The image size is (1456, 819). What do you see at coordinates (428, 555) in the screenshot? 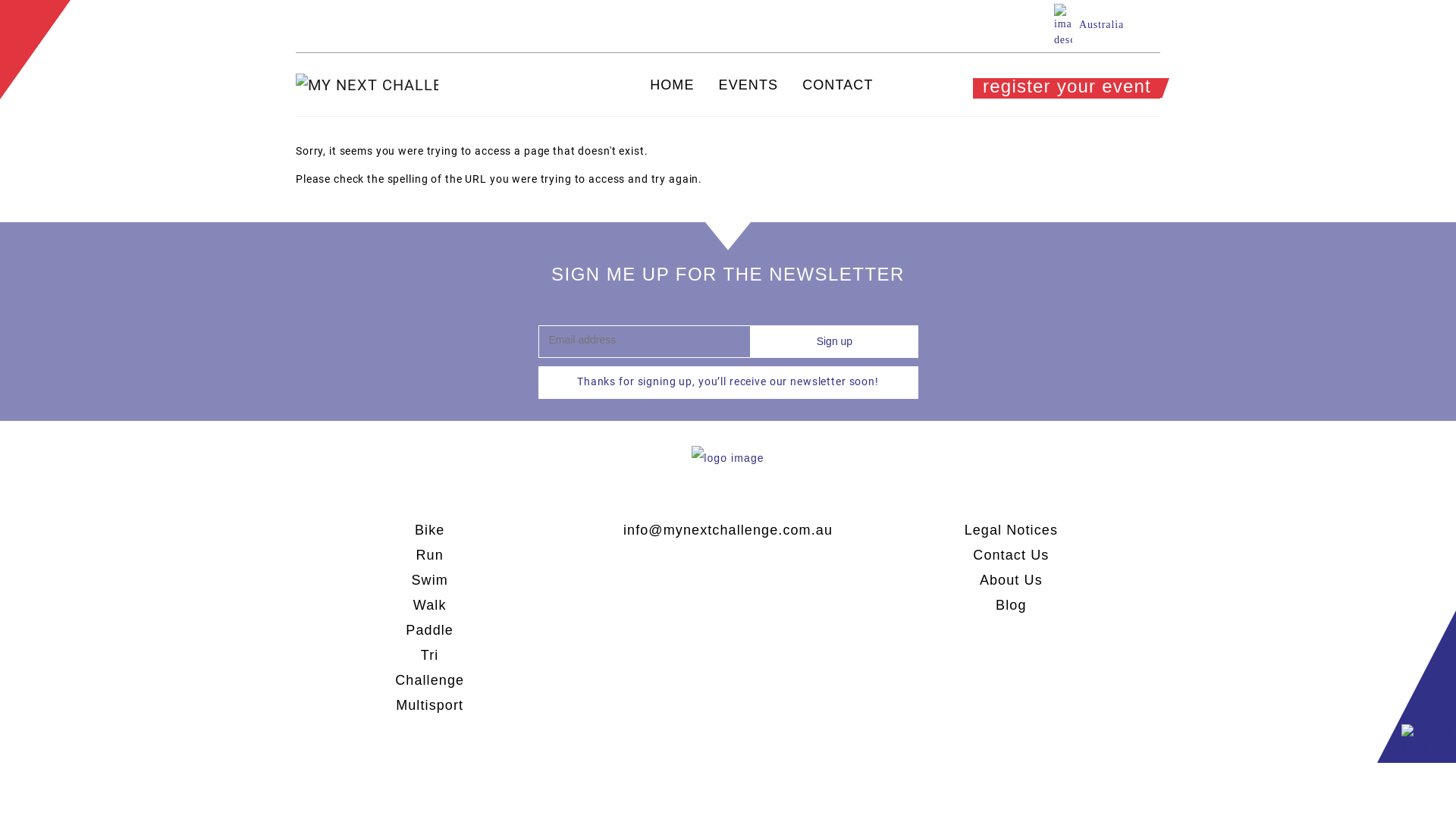
I see `'Run'` at bounding box center [428, 555].